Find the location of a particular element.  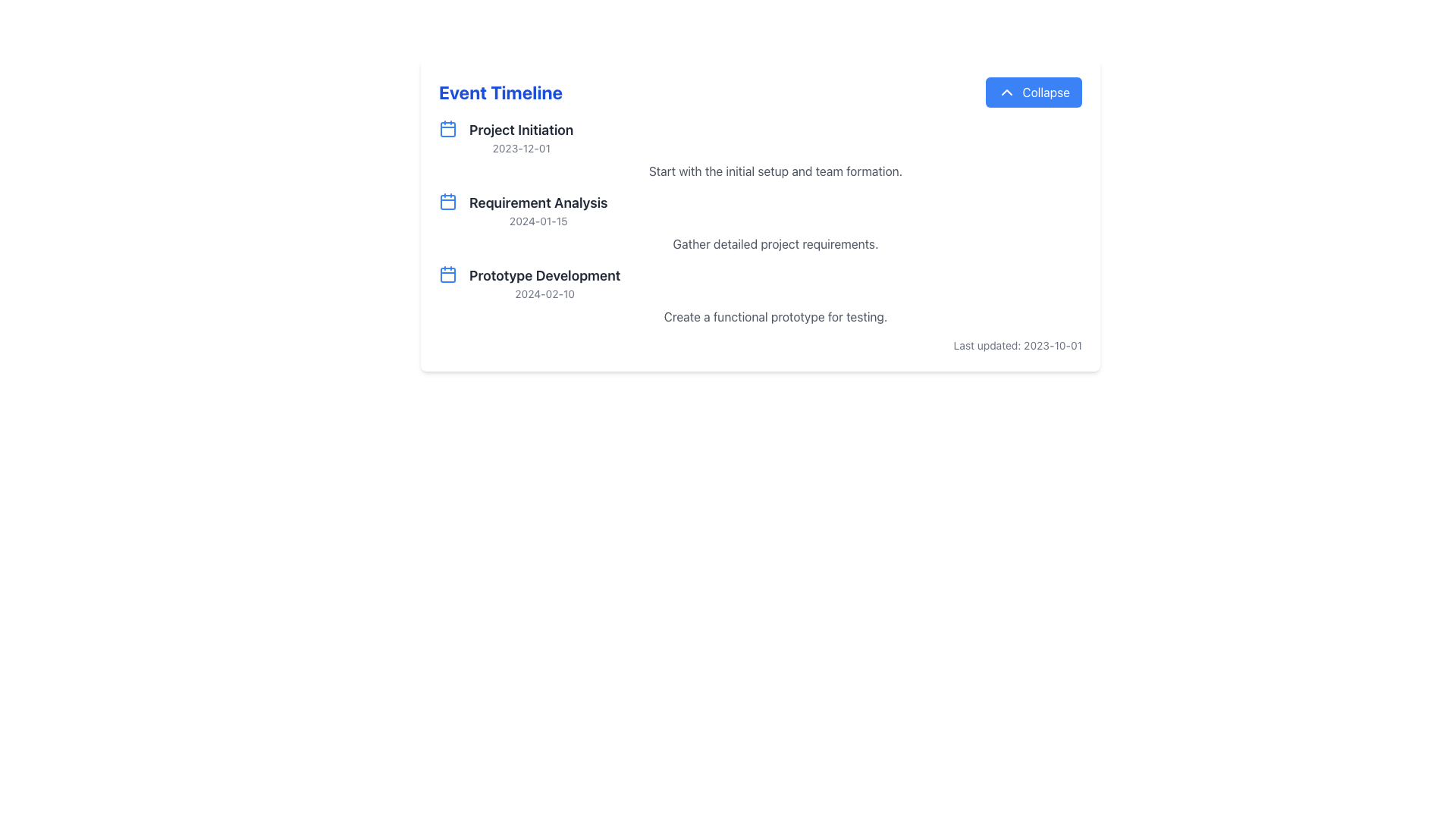

the calendar body icon associated with 'Prototype Development', which is the third icon in a vertical sequence to the left of the timeline text is located at coordinates (447, 275).